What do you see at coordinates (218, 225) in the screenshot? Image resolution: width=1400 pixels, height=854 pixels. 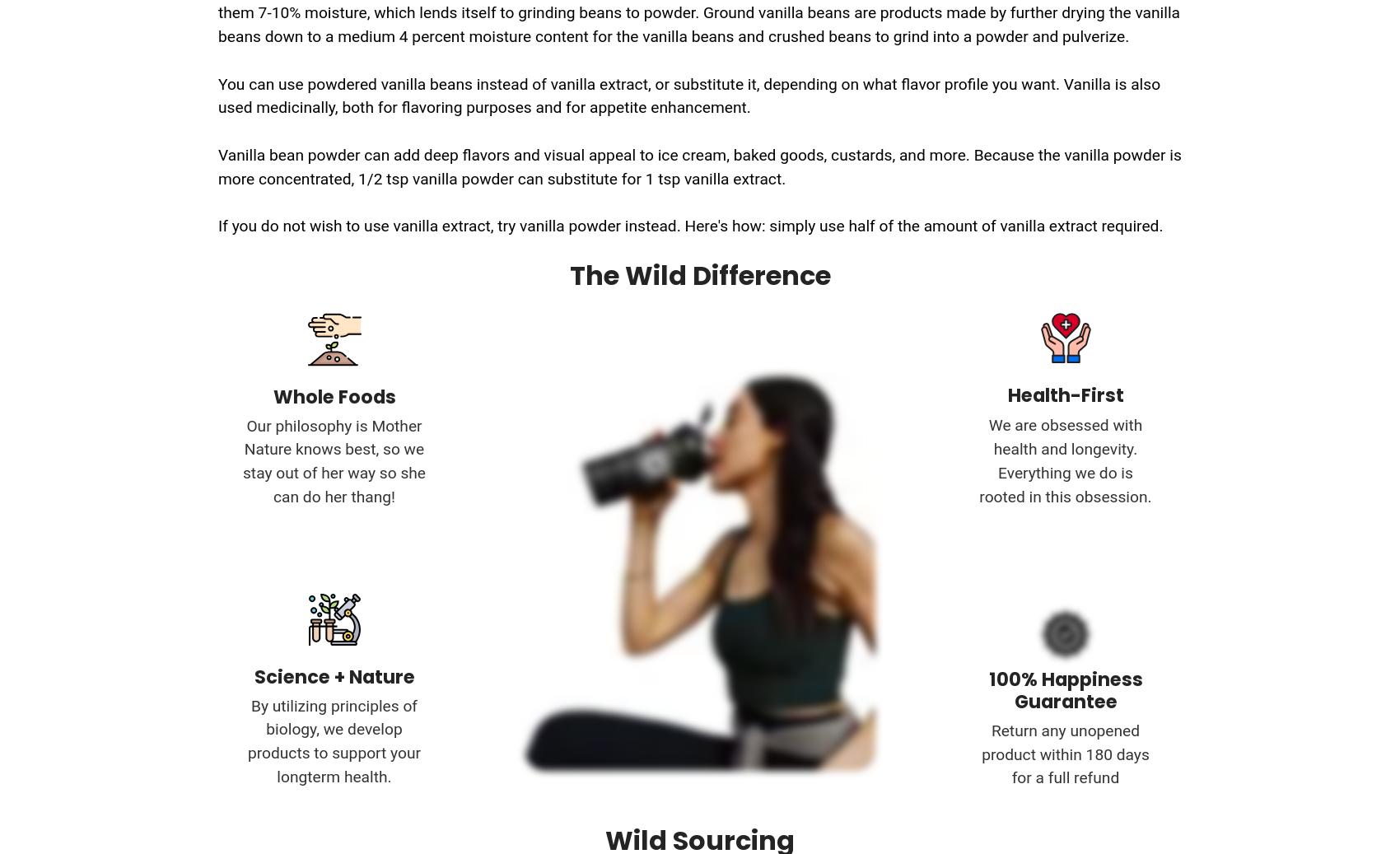 I see `'If you do not wish to use vanilla extract, try vanilla powder instead. Here's how: simply use half of the amount of vanilla extract required.'` at bounding box center [218, 225].